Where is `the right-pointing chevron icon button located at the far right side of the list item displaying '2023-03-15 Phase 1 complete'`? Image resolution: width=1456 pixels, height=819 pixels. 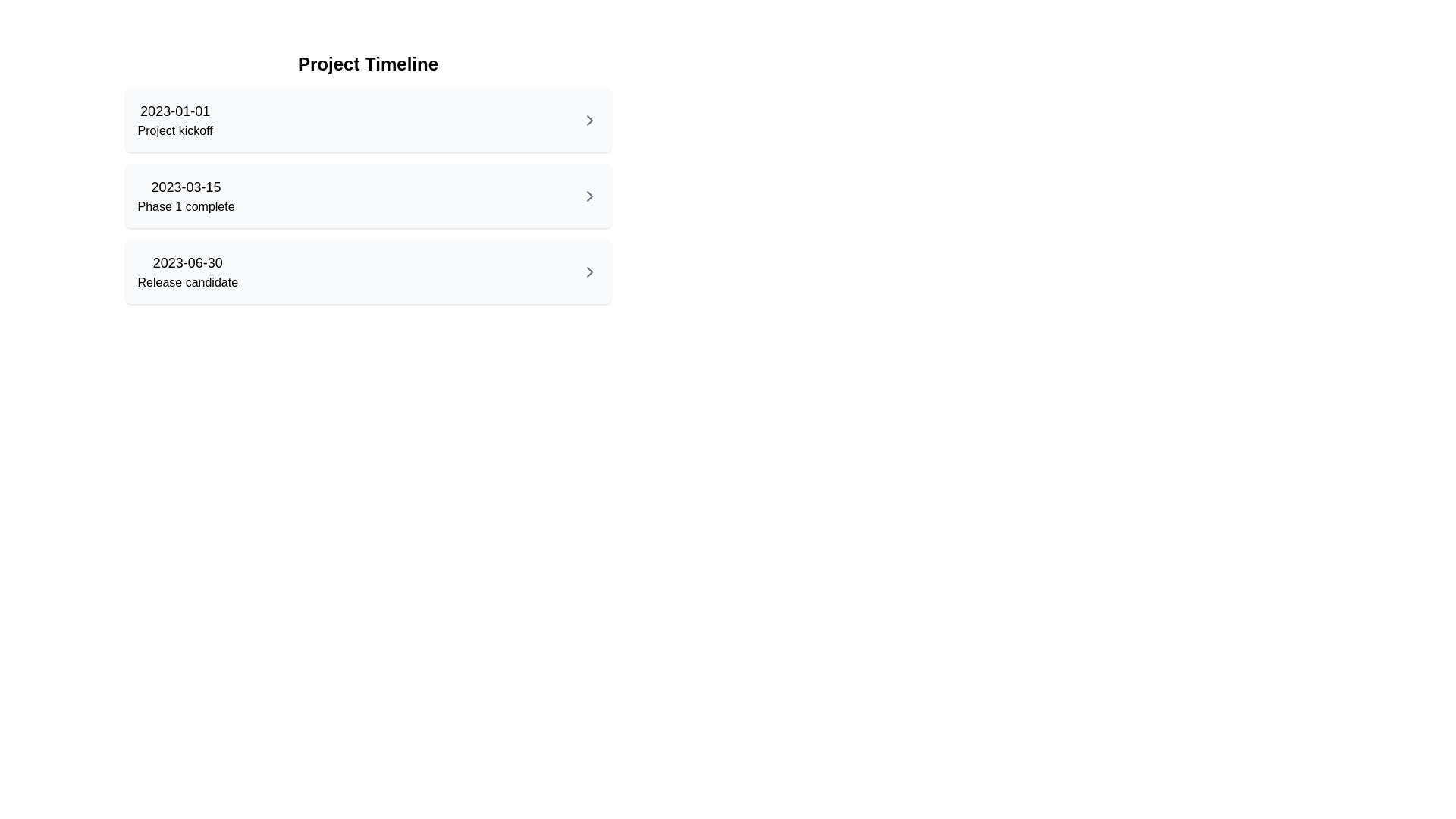 the right-pointing chevron icon button located at the far right side of the list item displaying '2023-03-15 Phase 1 complete' is located at coordinates (588, 195).